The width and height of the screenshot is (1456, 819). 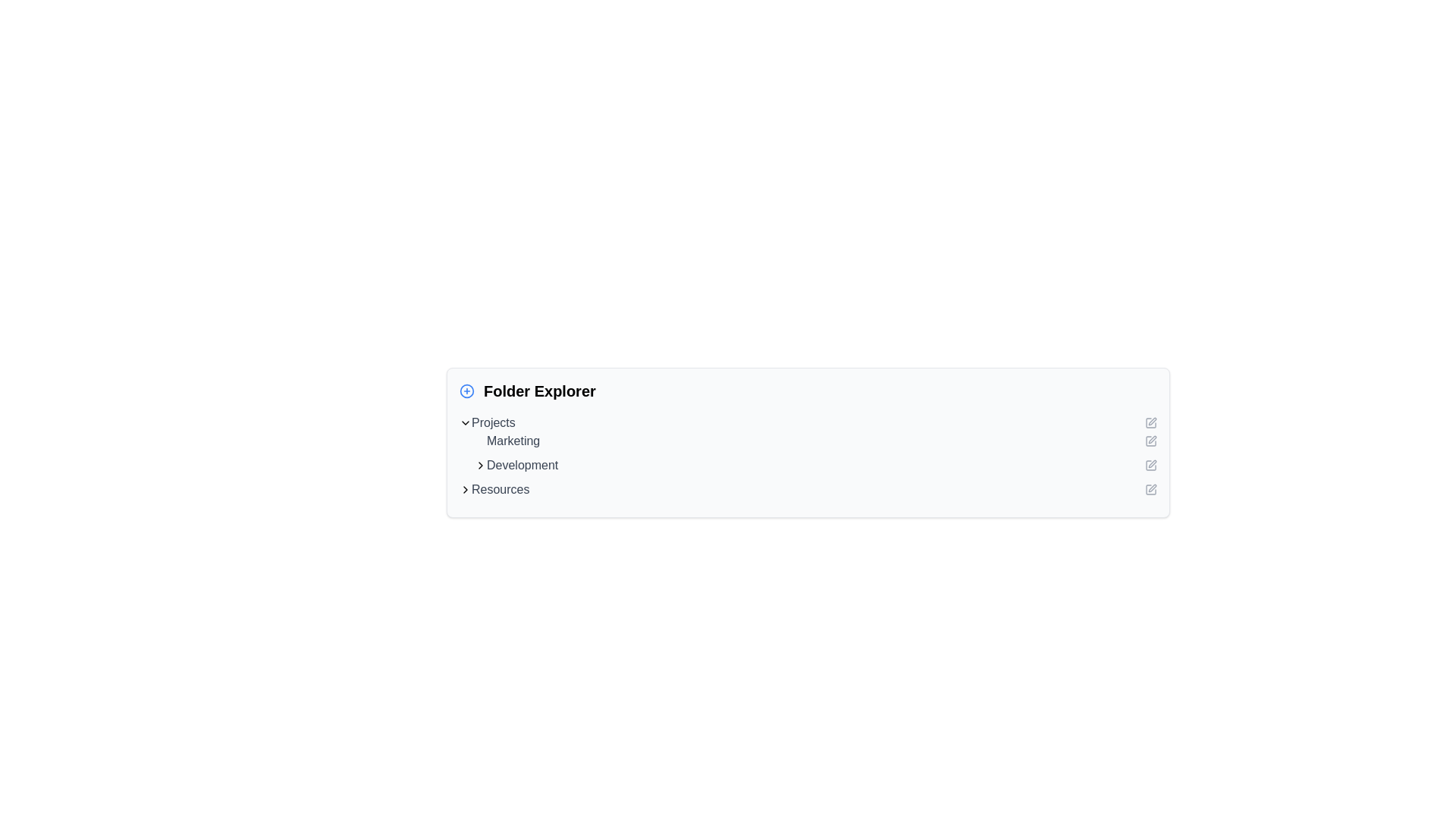 I want to click on the right-facing chevron icon located to the left of the 'Development' label in the 'Folder Explorer' section for potential hover effects, so click(x=479, y=464).